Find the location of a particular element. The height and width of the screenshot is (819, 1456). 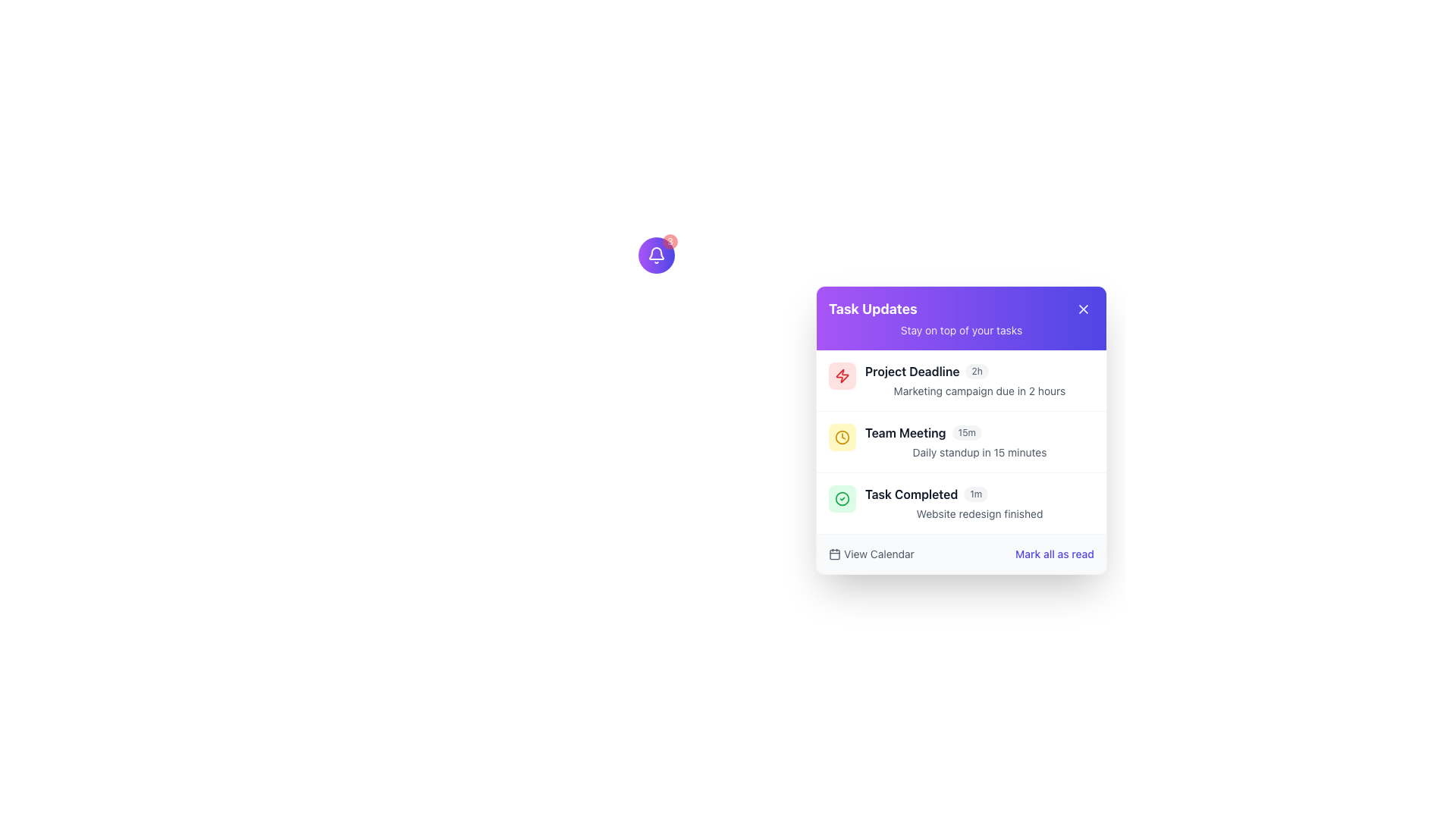

the Close Button, a compact circular button with a cross-shaped icon, located on the far right of the 'Task Updates' header section is located at coordinates (1083, 309).